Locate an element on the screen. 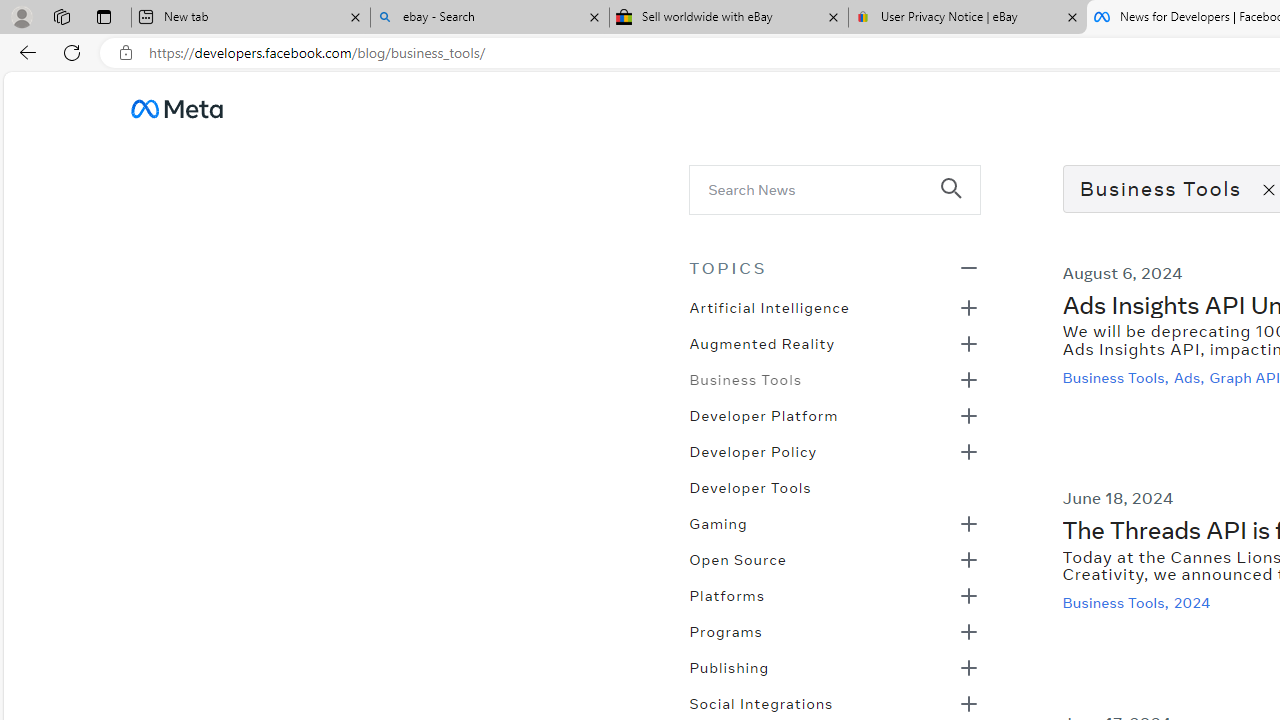 The image size is (1280, 720). 'Personal Profile' is located at coordinates (21, 16).